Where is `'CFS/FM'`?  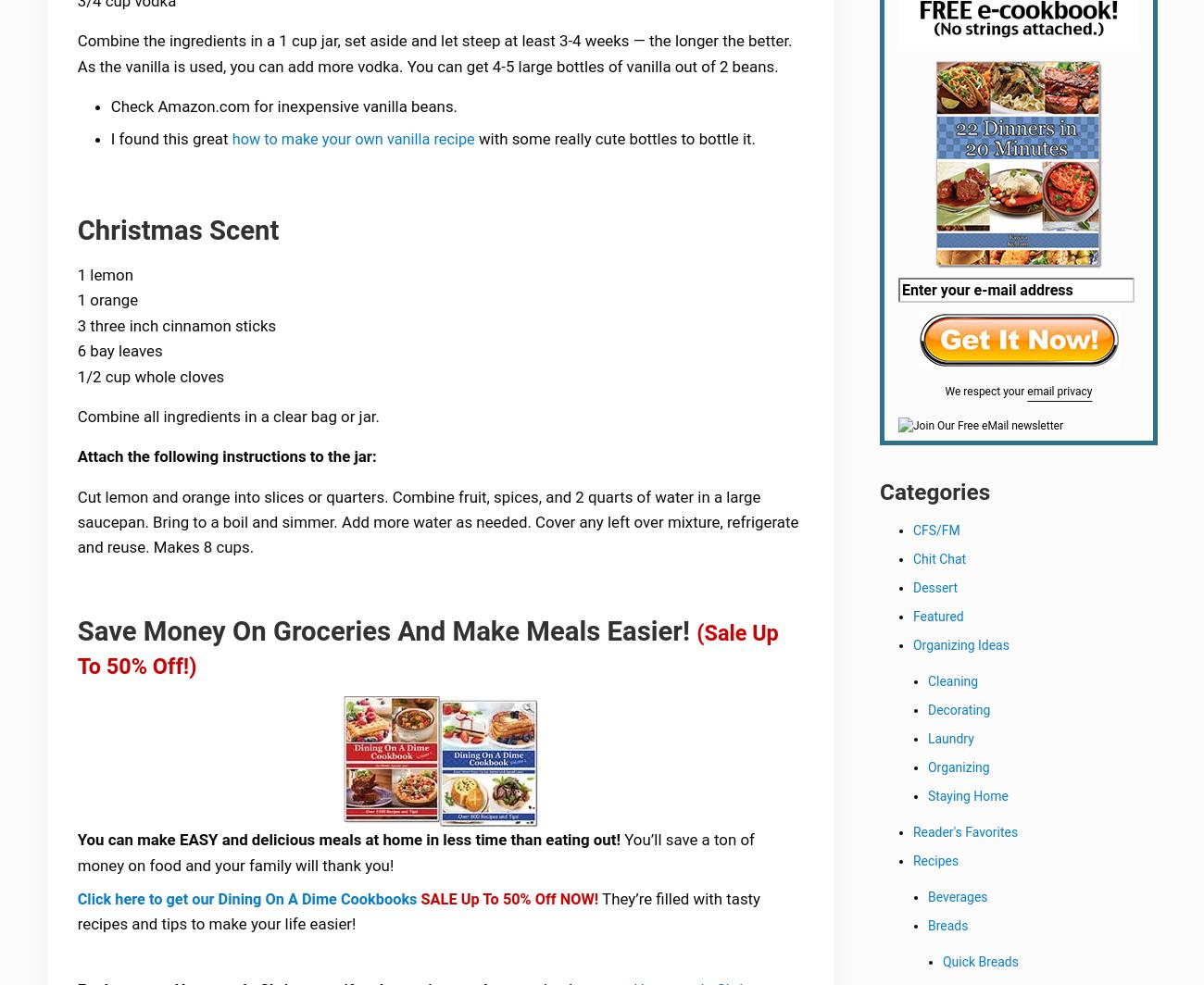
'CFS/FM' is located at coordinates (935, 533).